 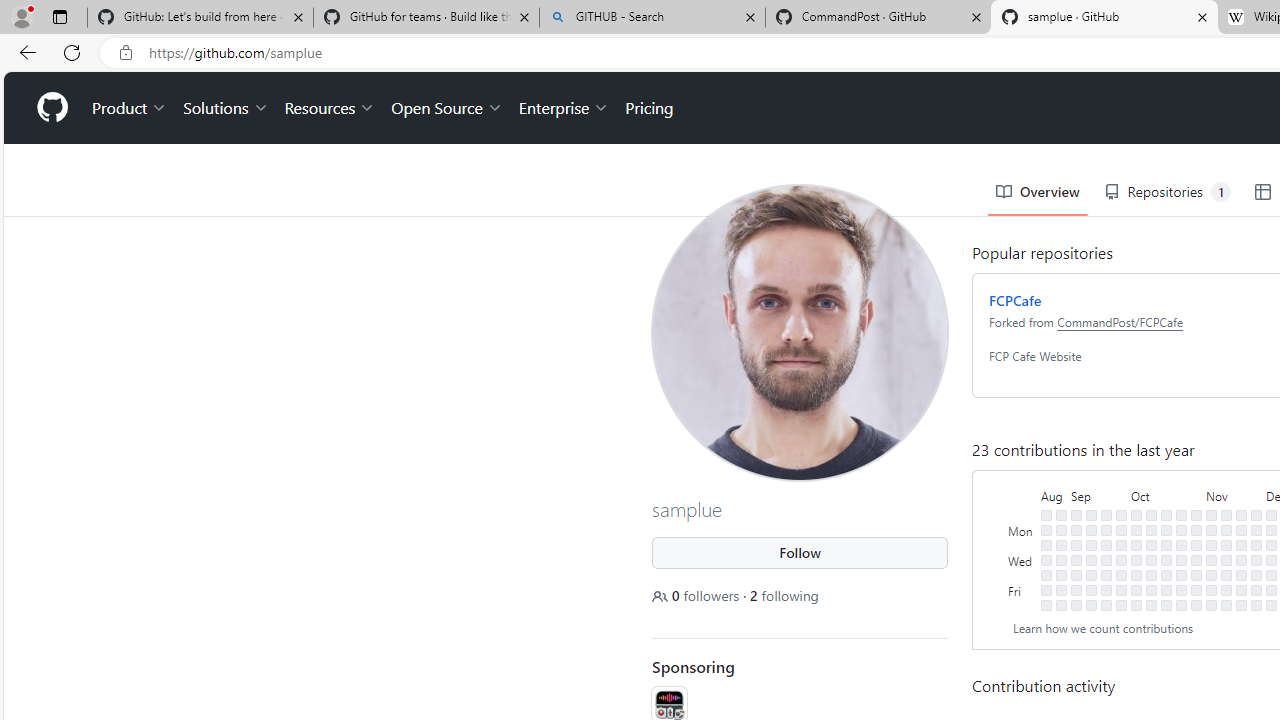 I want to click on 'No contributions on October 26th.', so click(x=1181, y=574).